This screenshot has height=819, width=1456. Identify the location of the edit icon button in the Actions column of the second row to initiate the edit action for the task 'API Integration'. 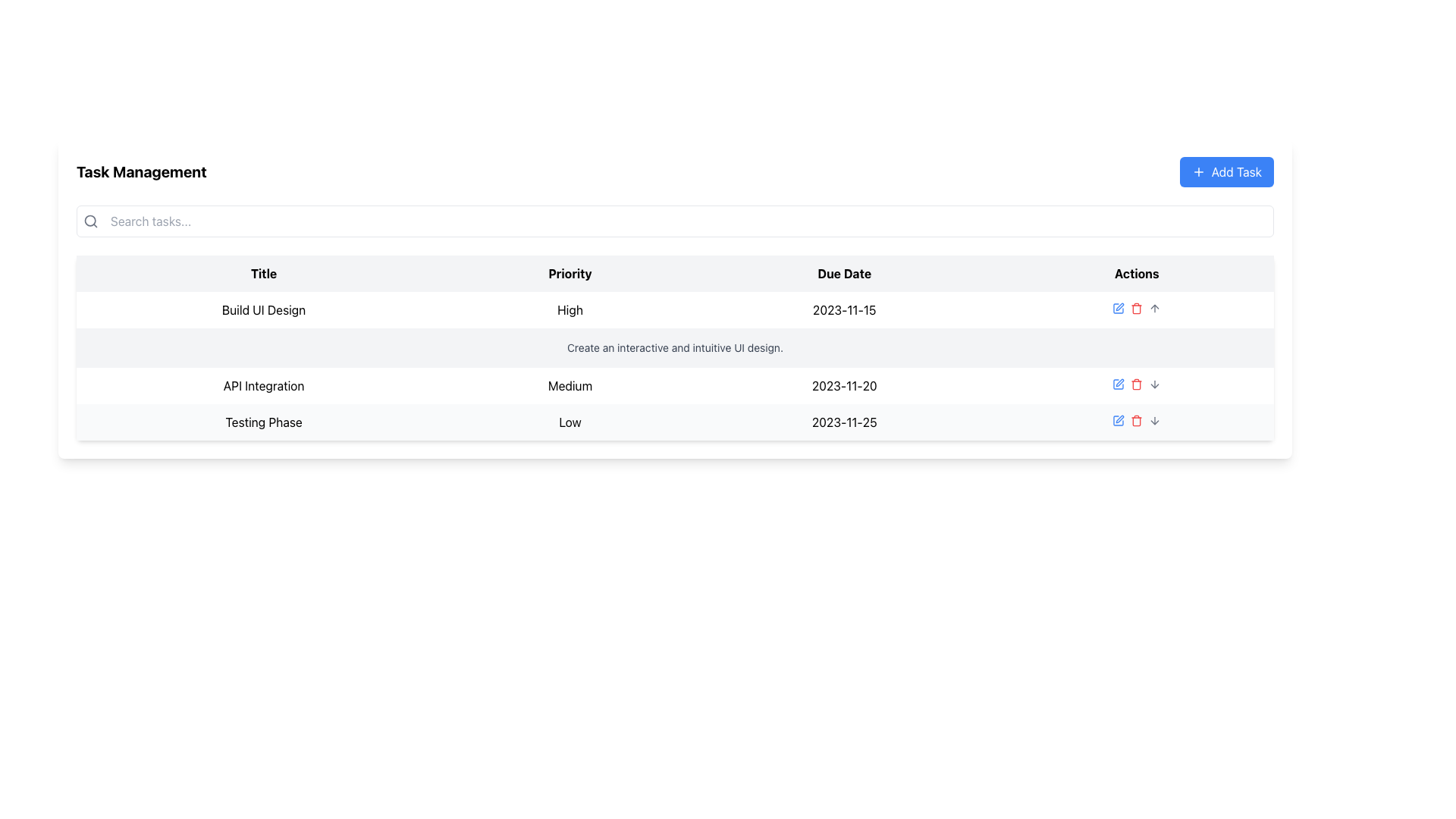
(1119, 308).